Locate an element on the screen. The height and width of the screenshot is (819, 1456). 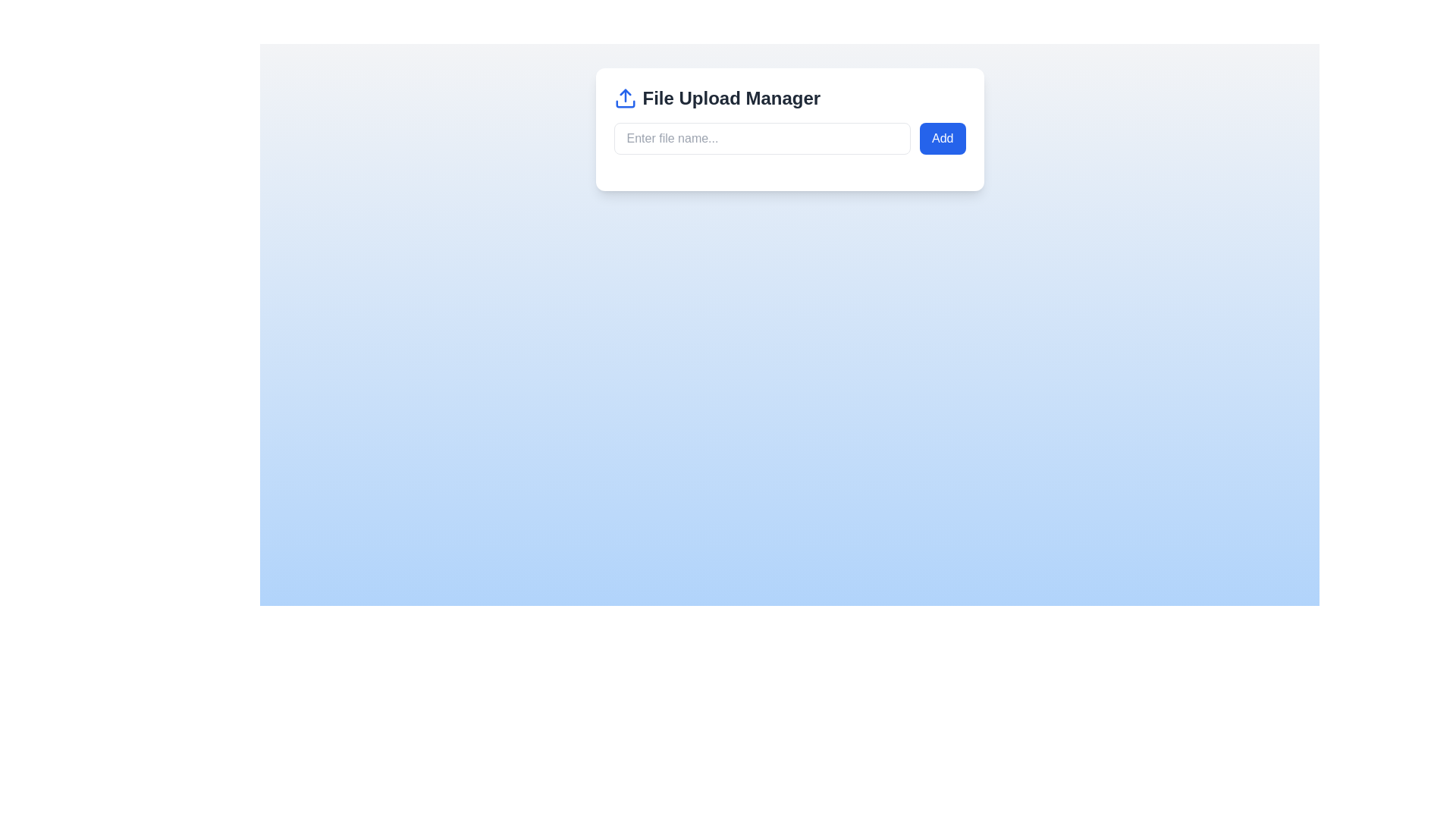
the 'Add' button, which is a rectangular button with rounded corners located in the upper center of the 'File Upload Manager' card is located at coordinates (942, 138).